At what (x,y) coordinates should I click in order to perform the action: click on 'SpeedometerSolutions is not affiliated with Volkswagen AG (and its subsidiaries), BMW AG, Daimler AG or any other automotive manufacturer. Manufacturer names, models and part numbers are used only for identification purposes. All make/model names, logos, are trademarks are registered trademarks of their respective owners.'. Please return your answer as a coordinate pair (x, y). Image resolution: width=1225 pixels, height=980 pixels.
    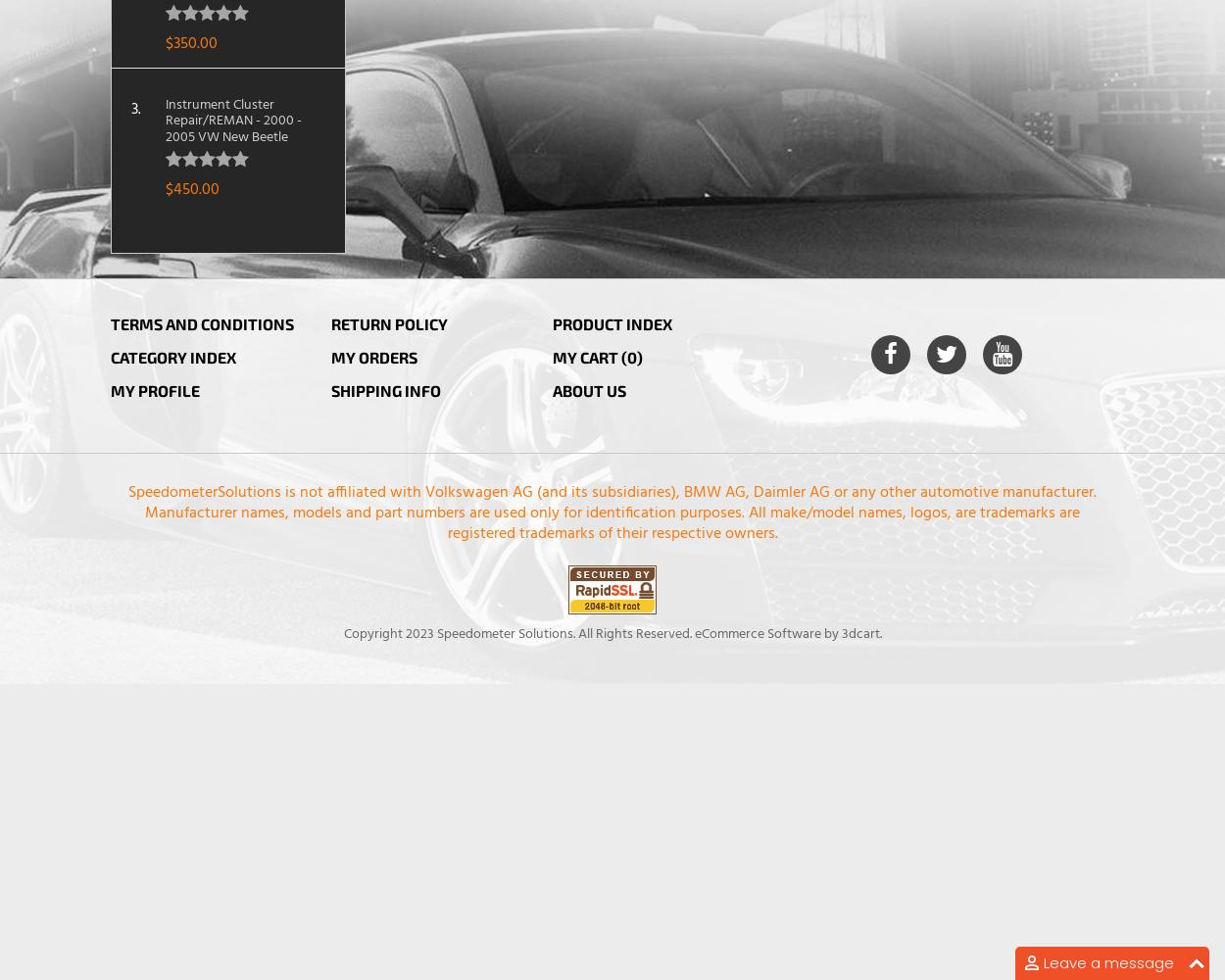
    Looking at the image, I should click on (128, 513).